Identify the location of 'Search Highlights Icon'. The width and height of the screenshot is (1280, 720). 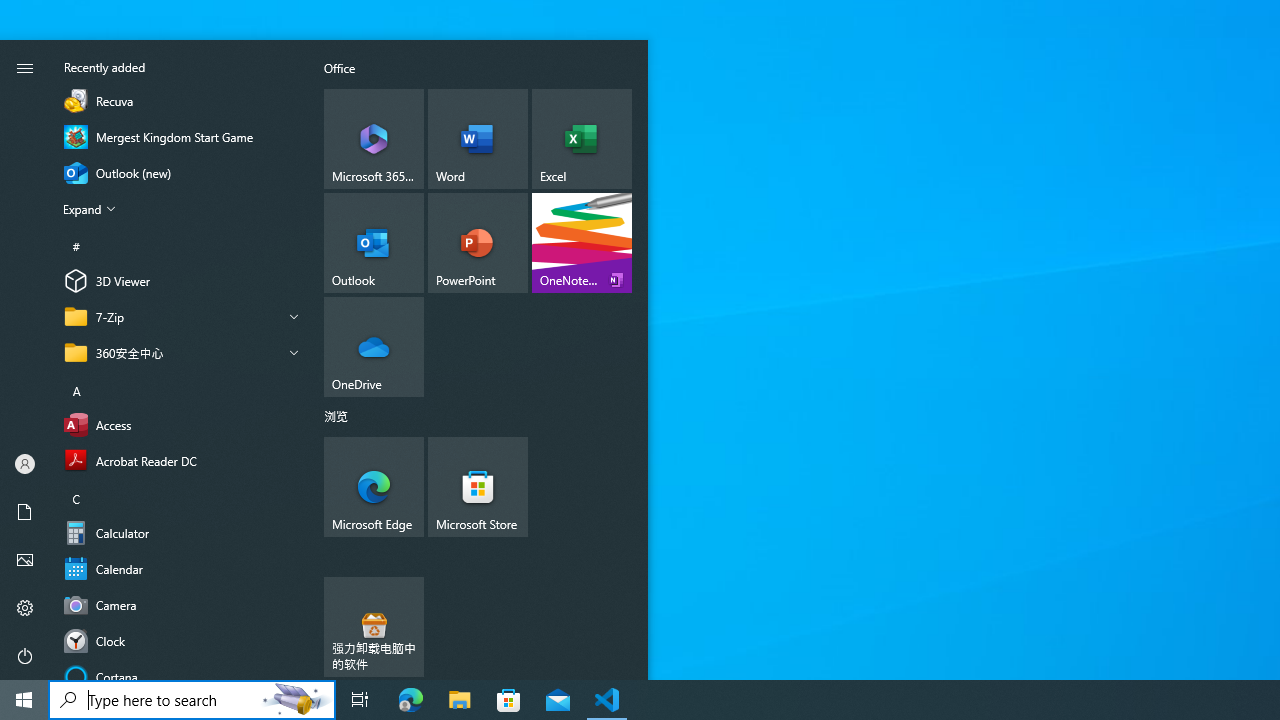
(294, 698).